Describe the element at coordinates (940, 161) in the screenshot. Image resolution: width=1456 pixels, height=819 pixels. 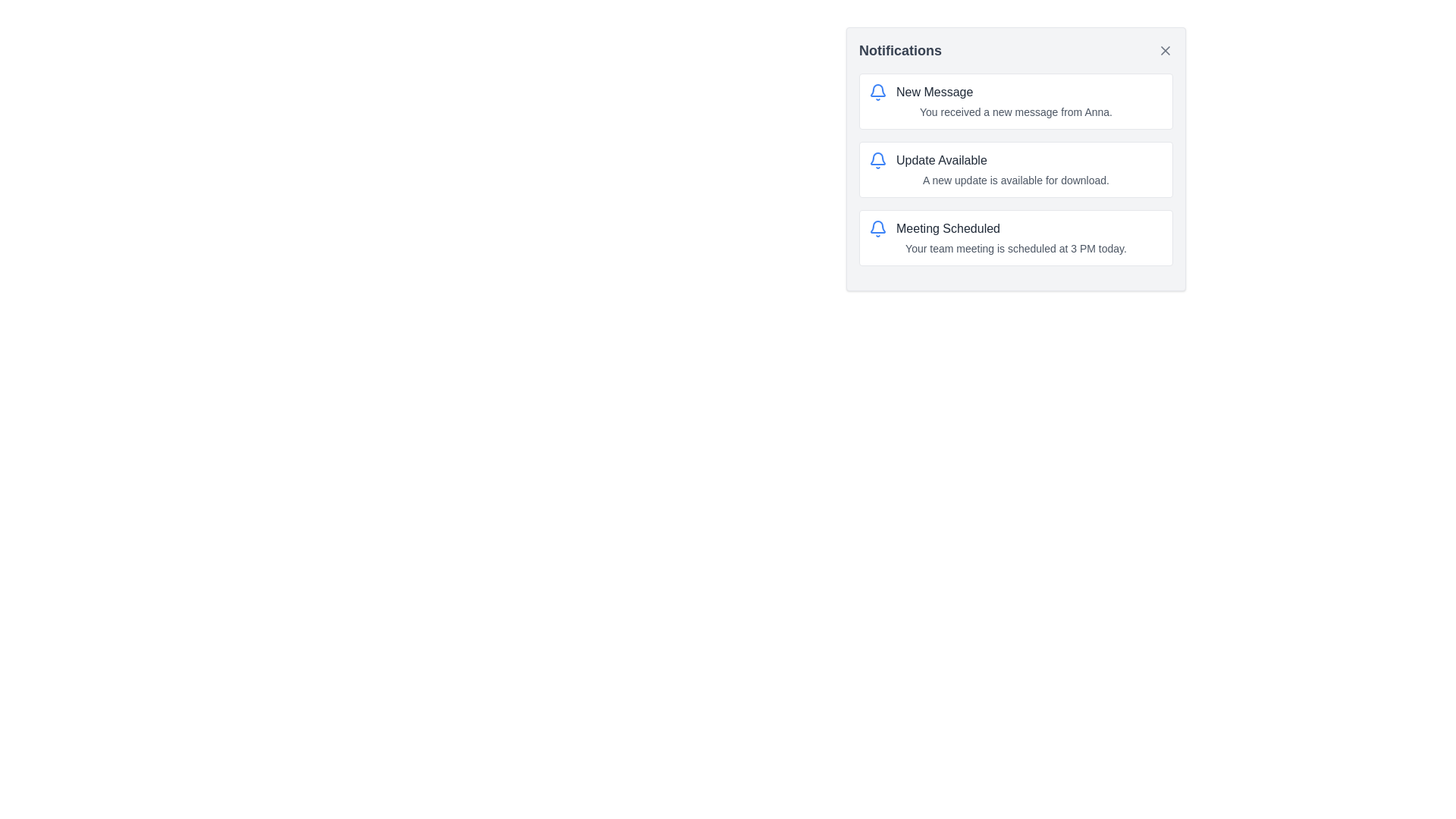
I see `title 'Update Available' from the Text label located in the middle notification block of the notifications pane, which is positioned to the right of the blue bell icon` at that location.